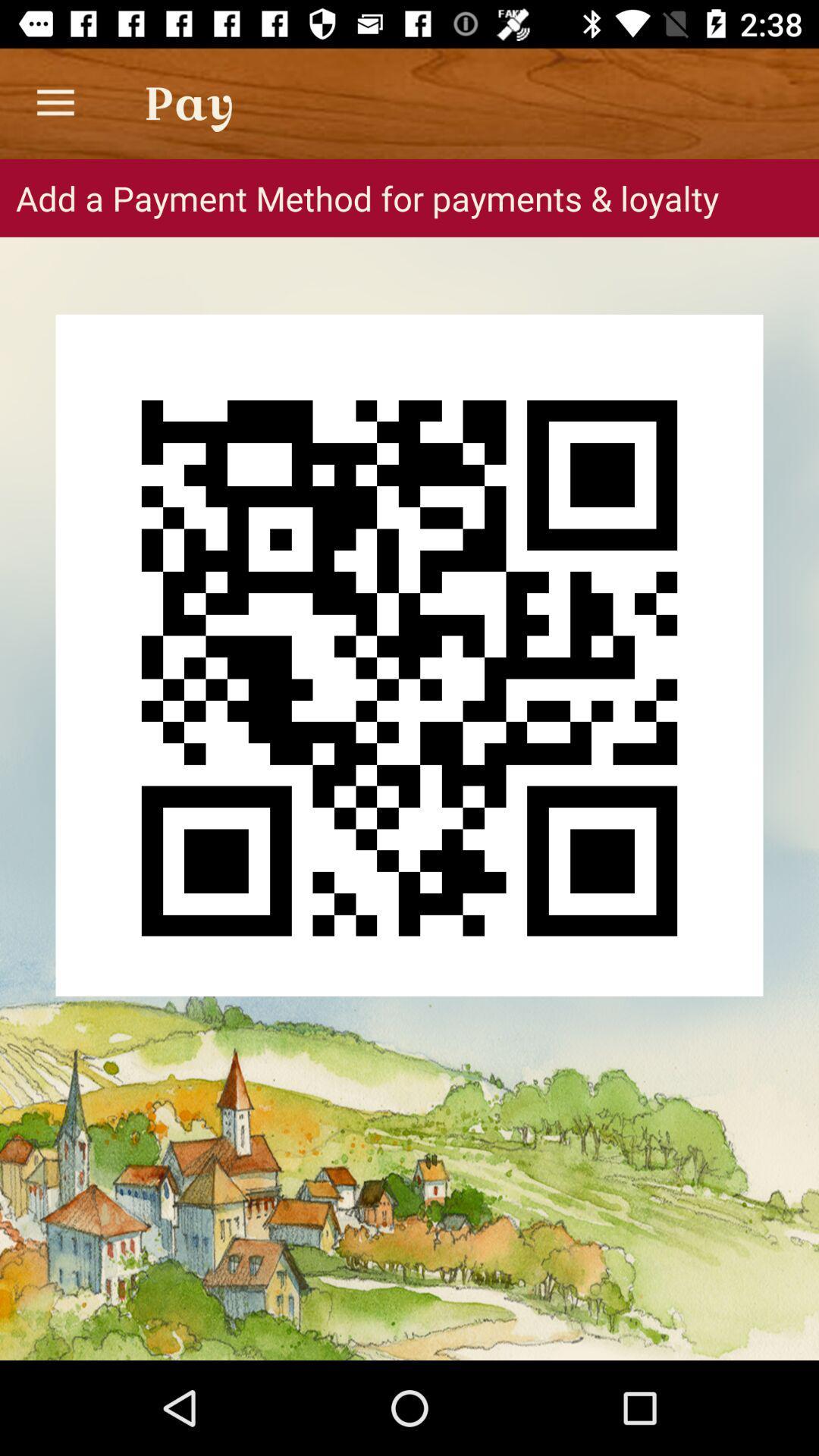 This screenshot has width=819, height=1456. What do you see at coordinates (55, 102) in the screenshot?
I see `the icon to the left of the pay item` at bounding box center [55, 102].